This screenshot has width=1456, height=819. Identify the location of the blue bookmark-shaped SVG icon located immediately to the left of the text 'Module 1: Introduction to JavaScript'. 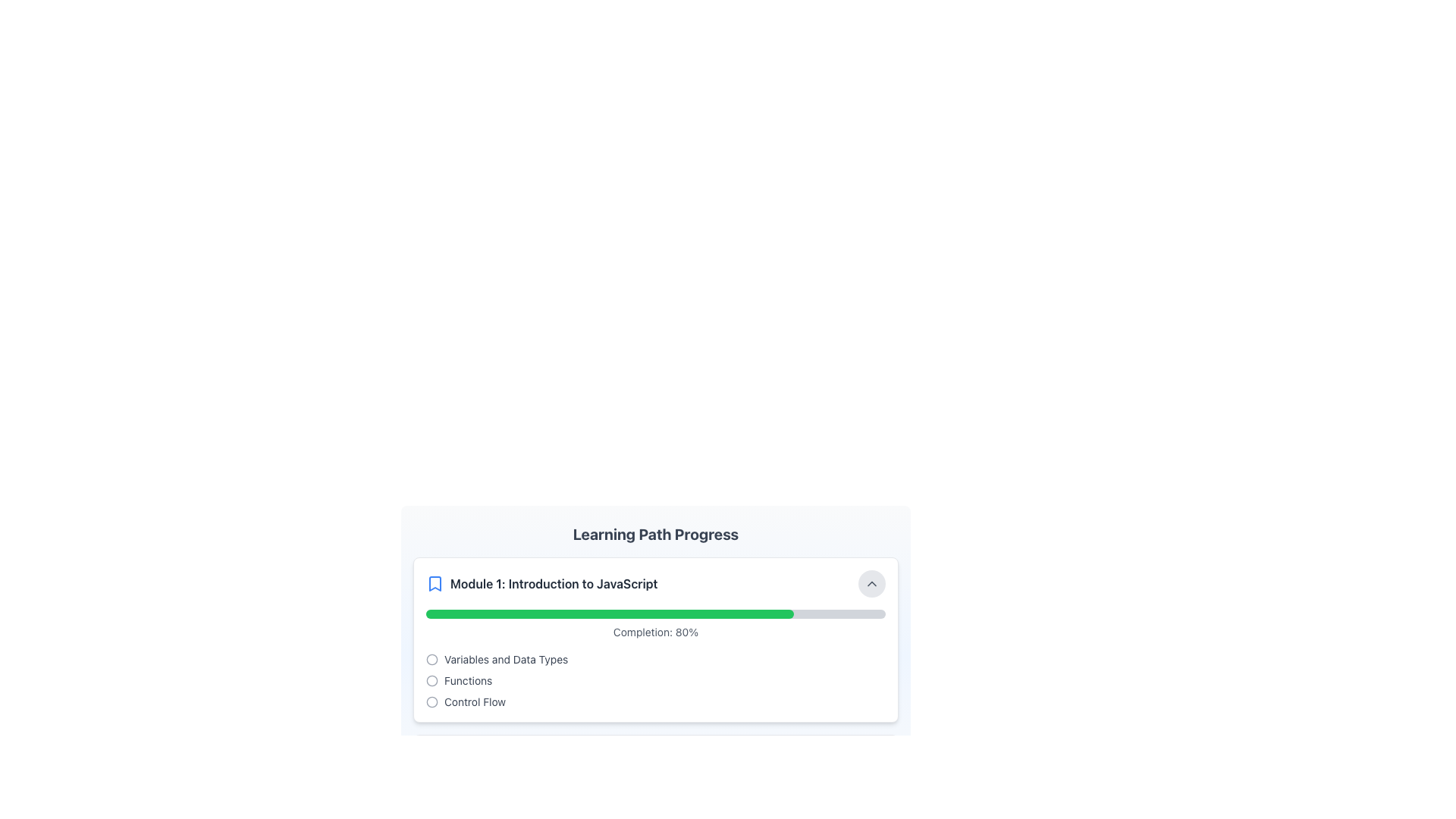
(435, 583).